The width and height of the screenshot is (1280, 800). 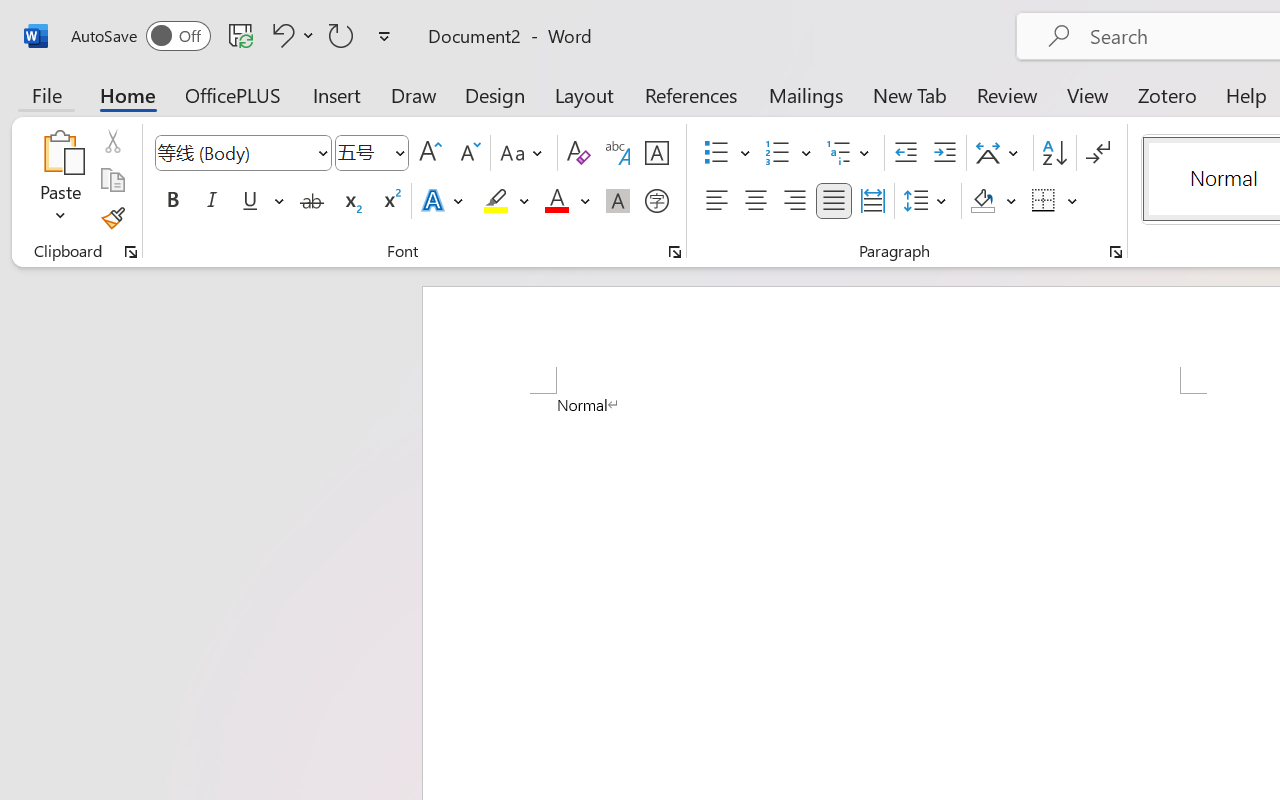 I want to click on 'Underline', so click(x=249, y=201).